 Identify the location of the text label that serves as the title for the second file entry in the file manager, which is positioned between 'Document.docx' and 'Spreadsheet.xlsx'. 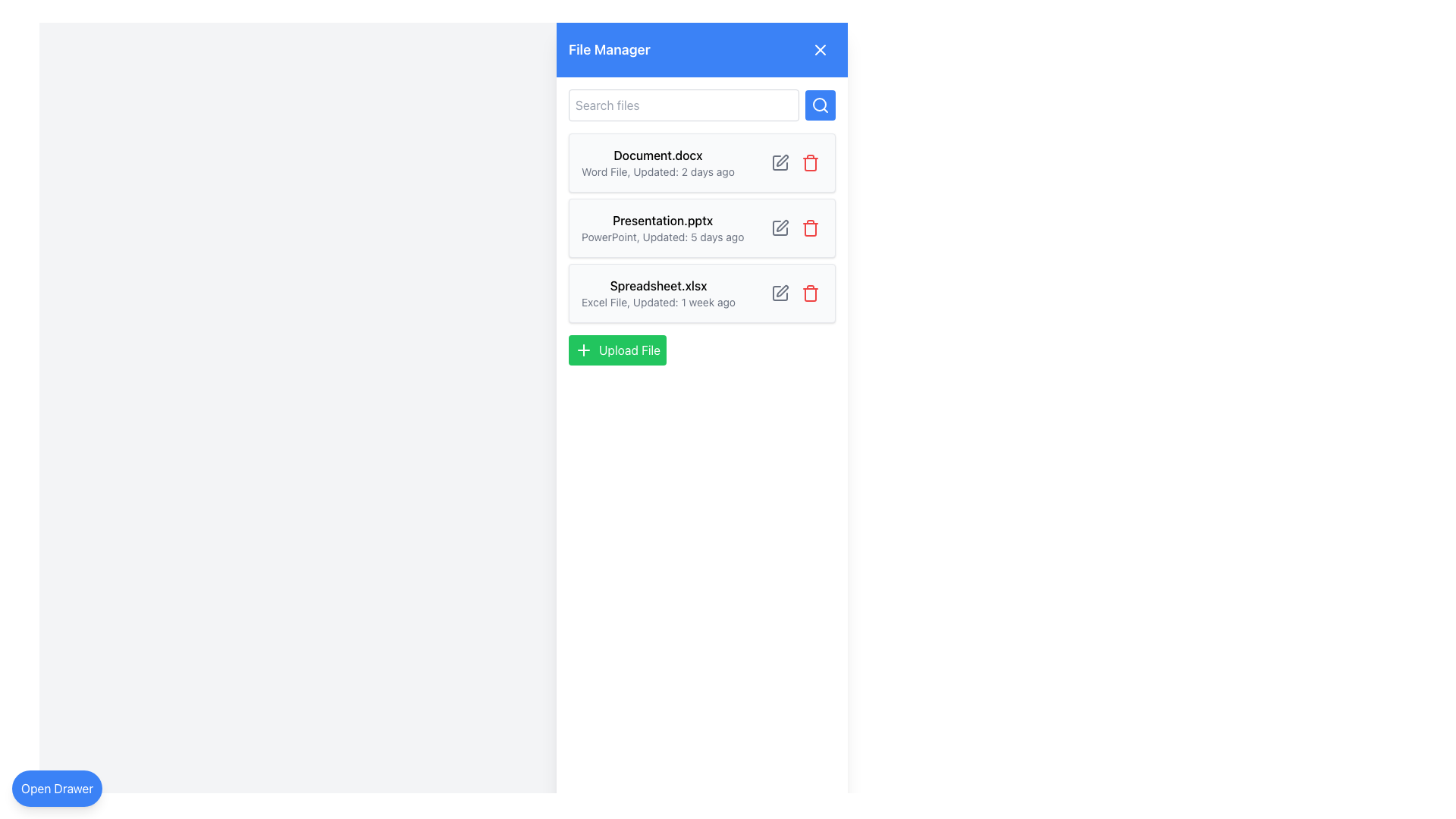
(663, 220).